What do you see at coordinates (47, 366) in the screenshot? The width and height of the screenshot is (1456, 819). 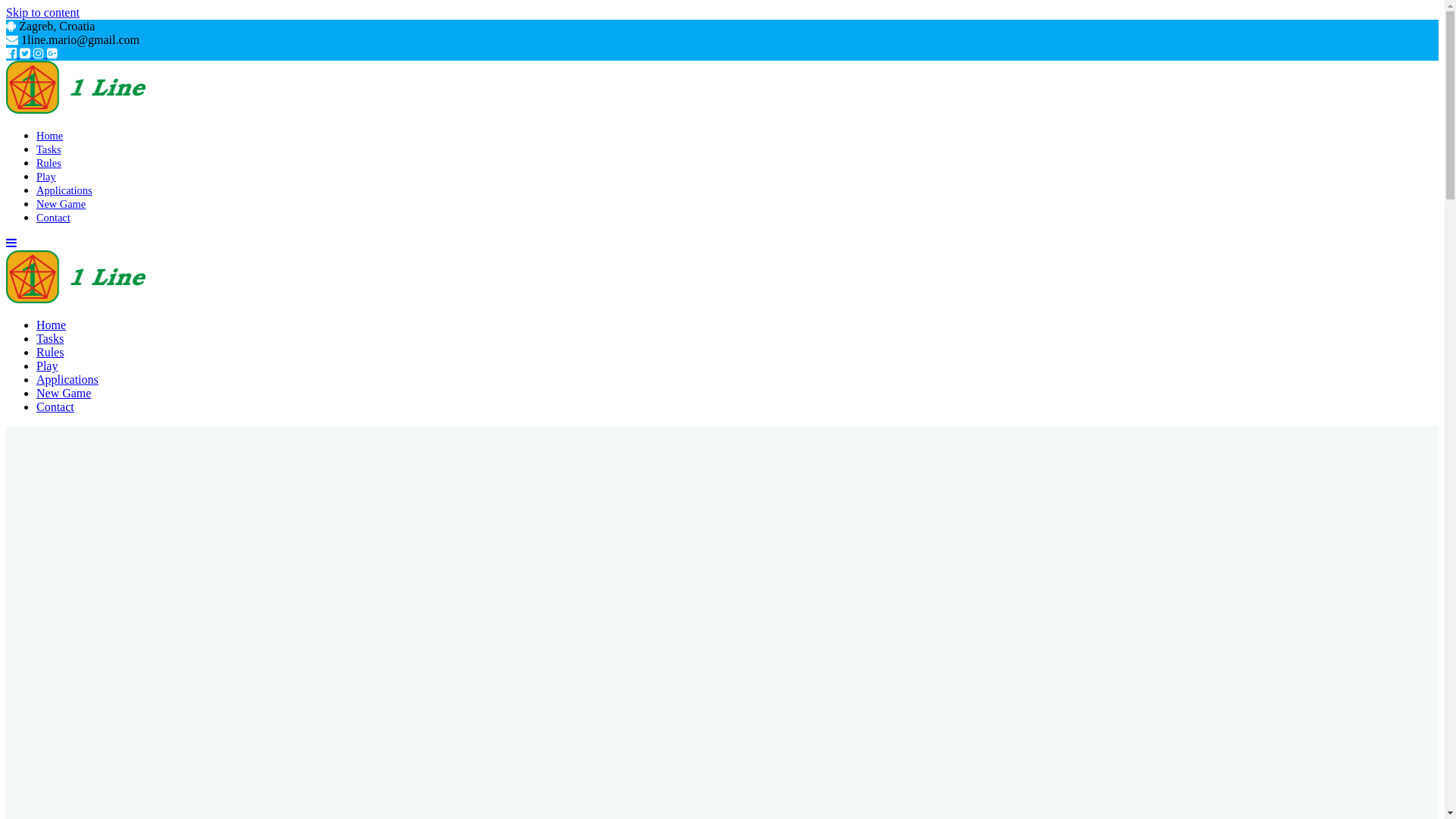 I see `'Play'` at bounding box center [47, 366].